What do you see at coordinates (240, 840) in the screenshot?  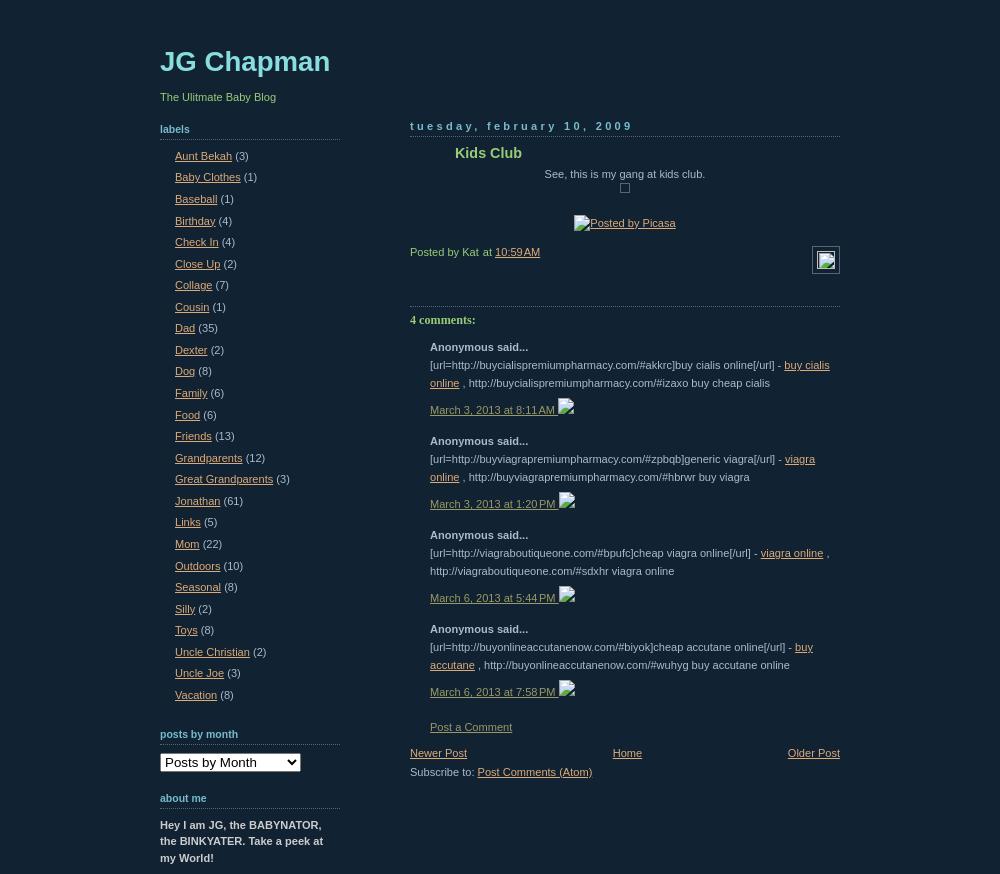 I see `'Hey I am JG, the BABYNATOR, the BINKYATER. Take a peek at my World!'` at bounding box center [240, 840].